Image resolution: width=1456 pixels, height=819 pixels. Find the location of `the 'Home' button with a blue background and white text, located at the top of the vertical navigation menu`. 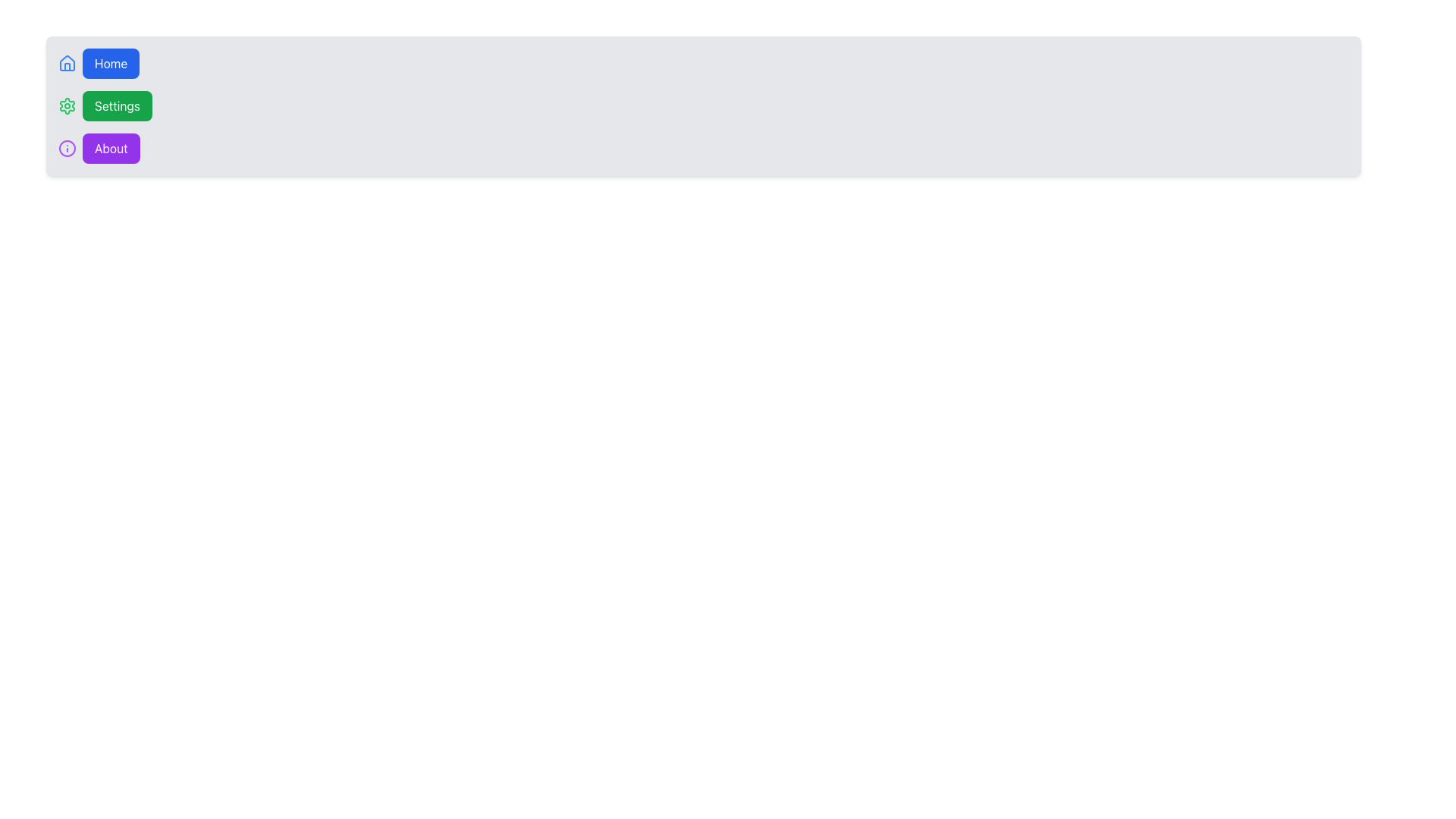

the 'Home' button with a blue background and white text, located at the top of the vertical navigation menu is located at coordinates (98, 63).